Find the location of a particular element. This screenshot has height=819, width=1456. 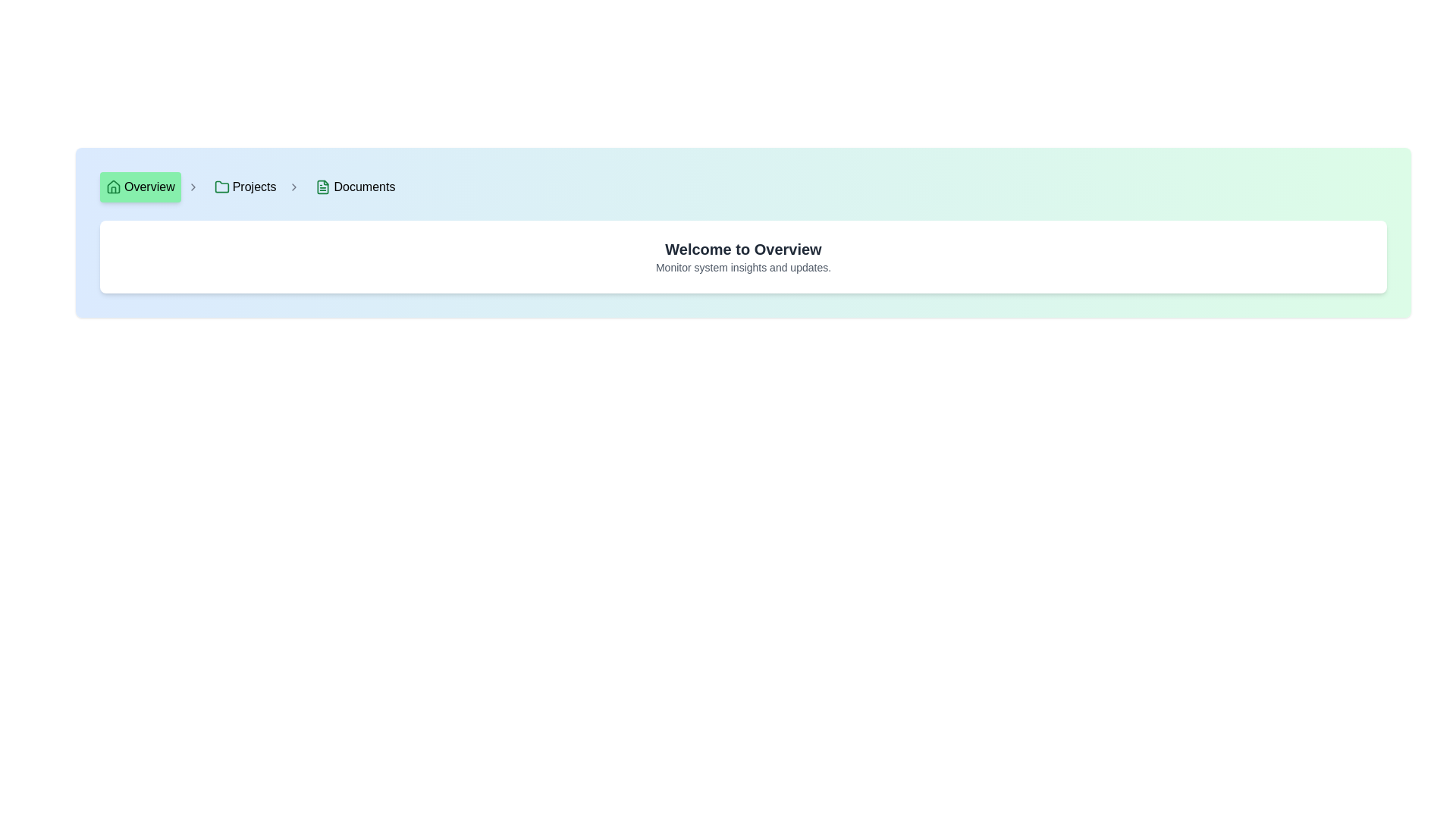

heading text element located at the top of the content section, which indicates the purpose or title of the section is located at coordinates (743, 248).